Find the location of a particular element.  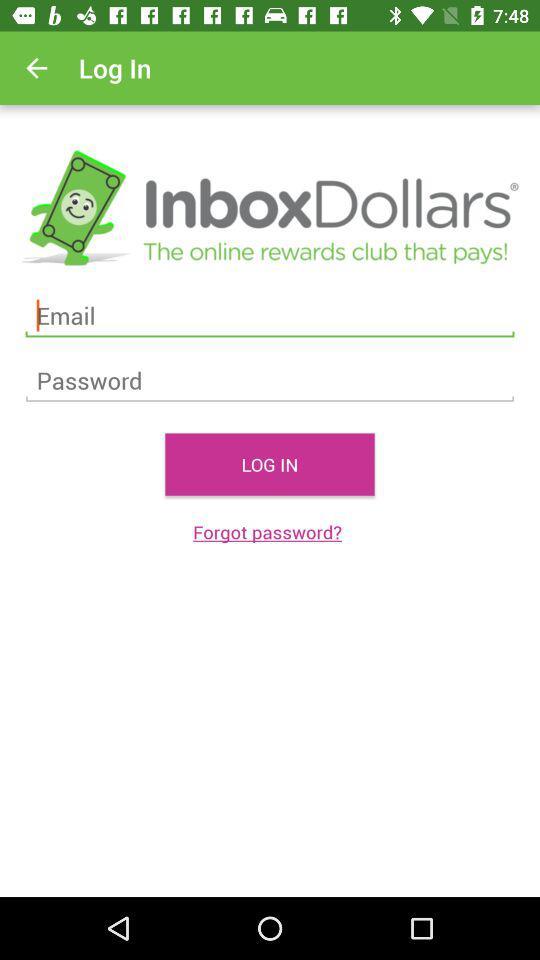

password is located at coordinates (270, 380).